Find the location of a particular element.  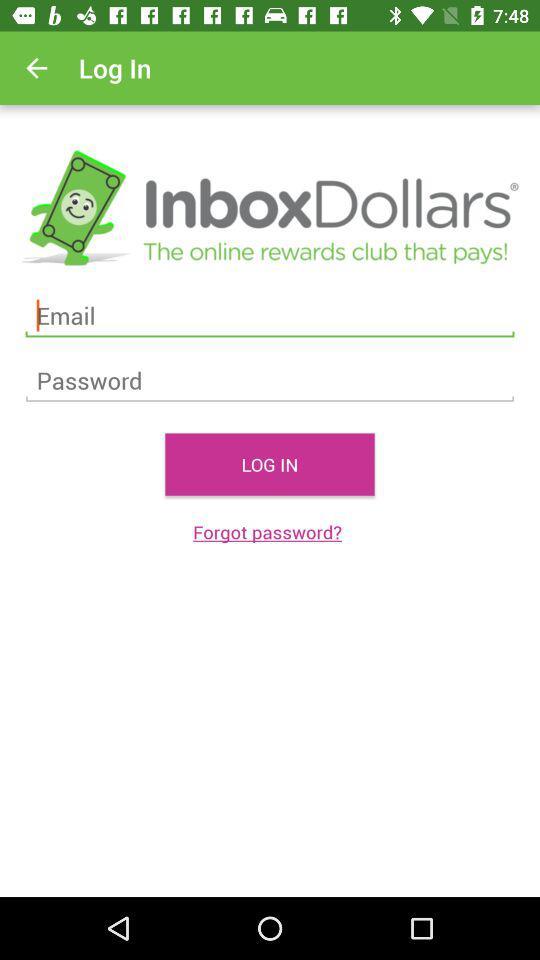

password is located at coordinates (270, 380).